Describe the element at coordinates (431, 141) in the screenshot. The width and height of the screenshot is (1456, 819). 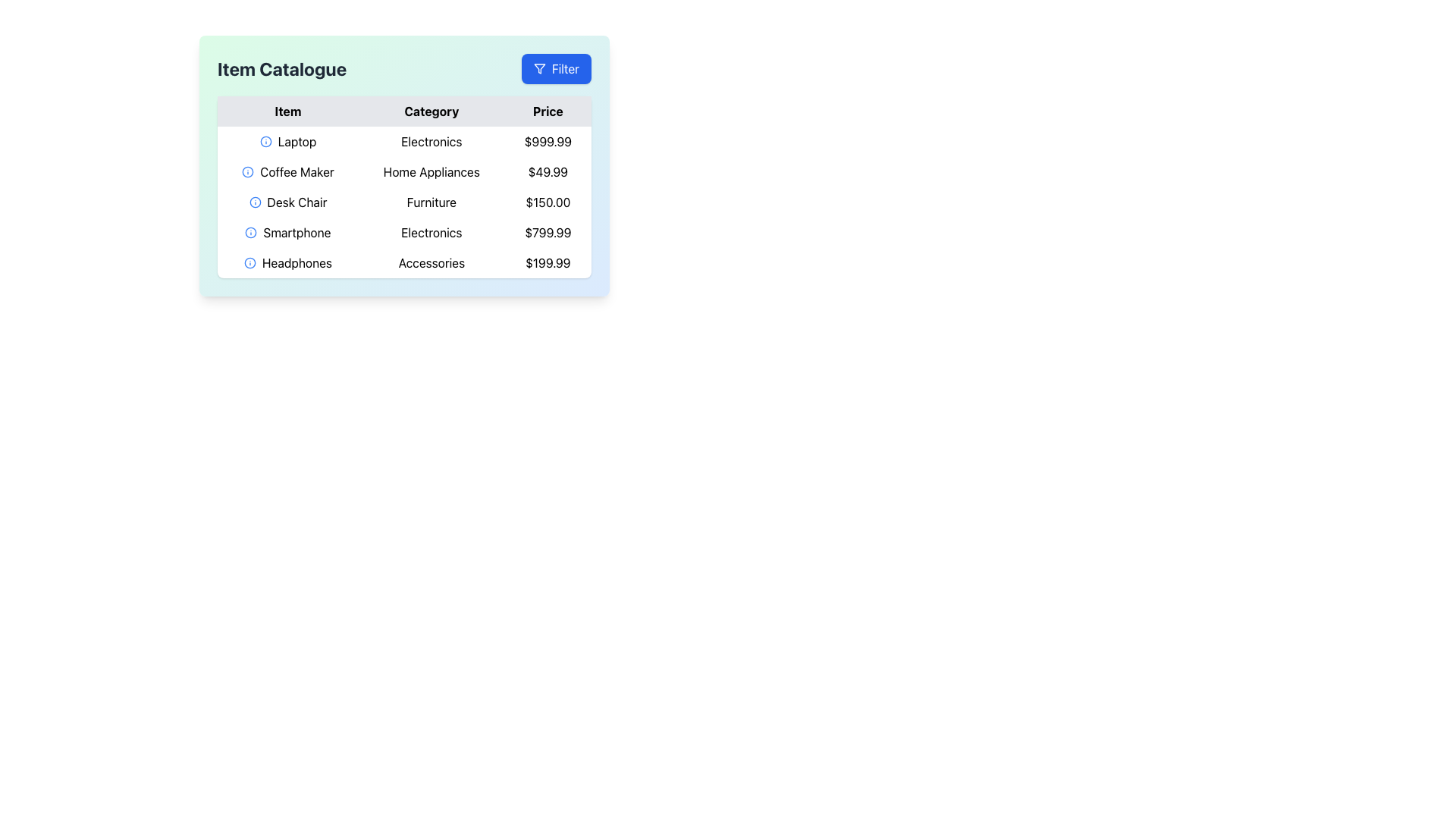
I see `the Text Label indicating the category for the associated item in the table, which is centrally located under the 'Category' column aligned with the 'Laptop' row` at that location.